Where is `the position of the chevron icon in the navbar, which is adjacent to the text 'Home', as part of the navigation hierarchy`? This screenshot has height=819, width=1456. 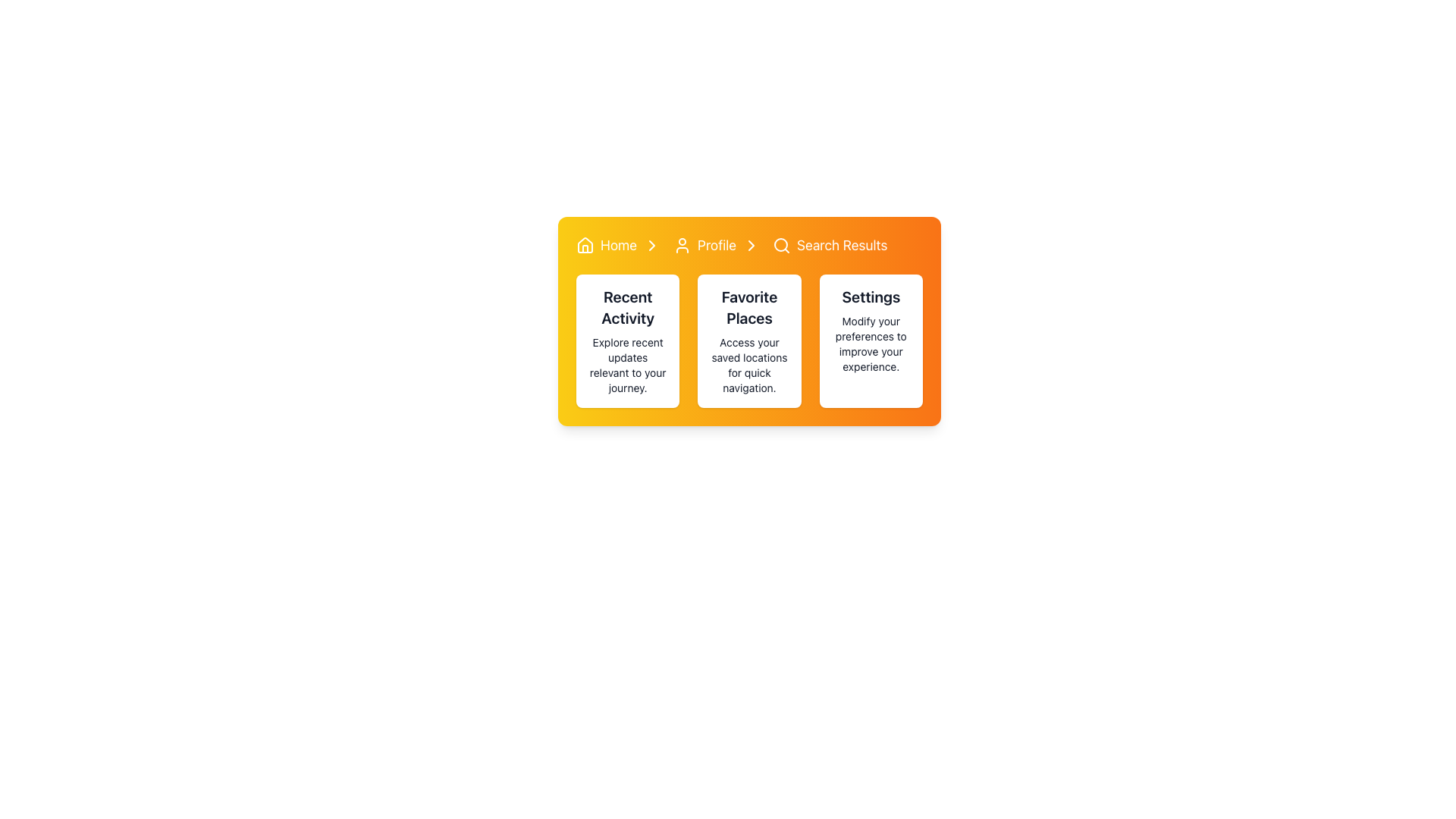 the position of the chevron icon in the navbar, which is adjacent to the text 'Home', as part of the navigation hierarchy is located at coordinates (752, 245).